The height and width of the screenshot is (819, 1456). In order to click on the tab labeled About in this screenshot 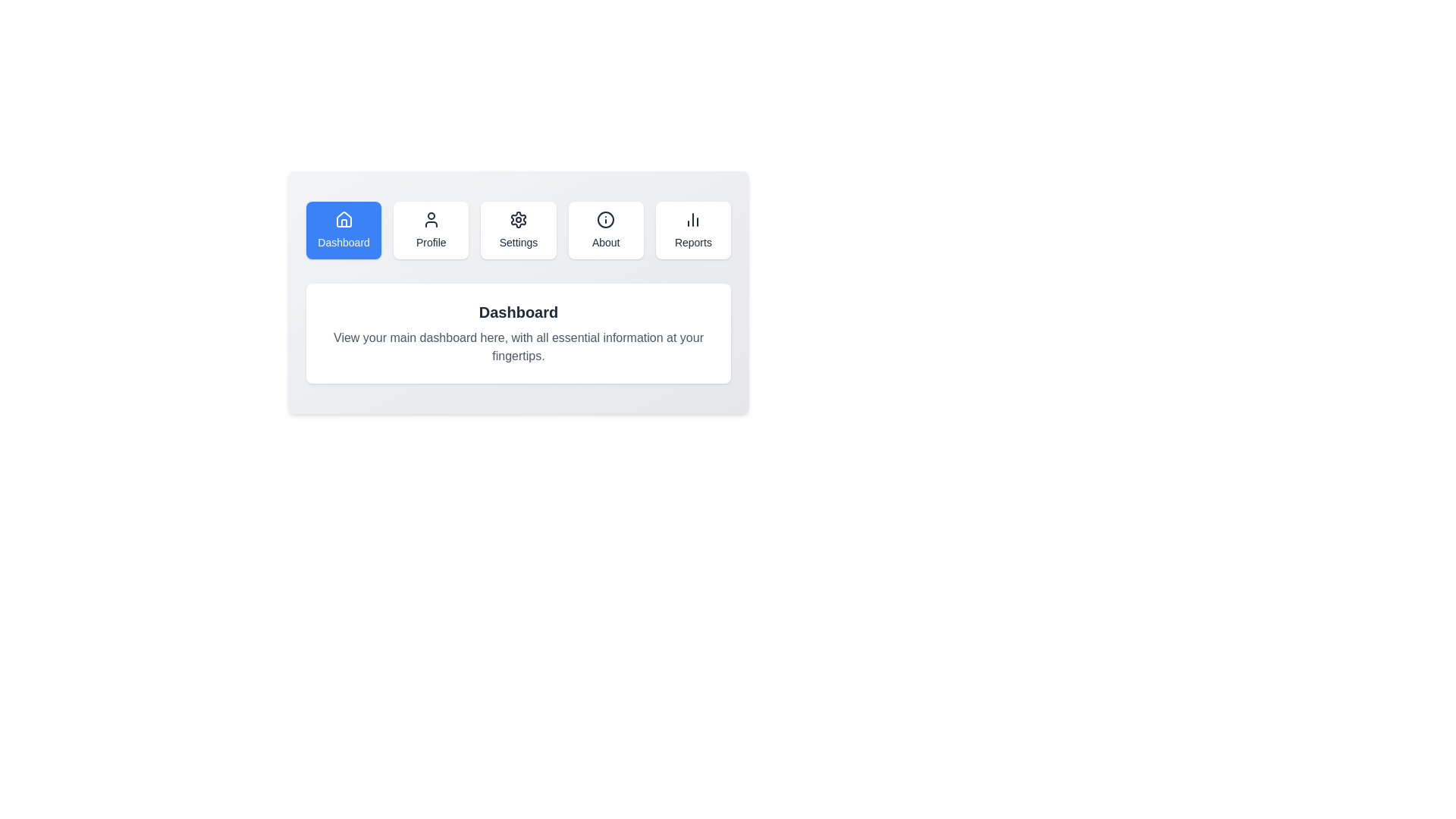, I will do `click(605, 231)`.